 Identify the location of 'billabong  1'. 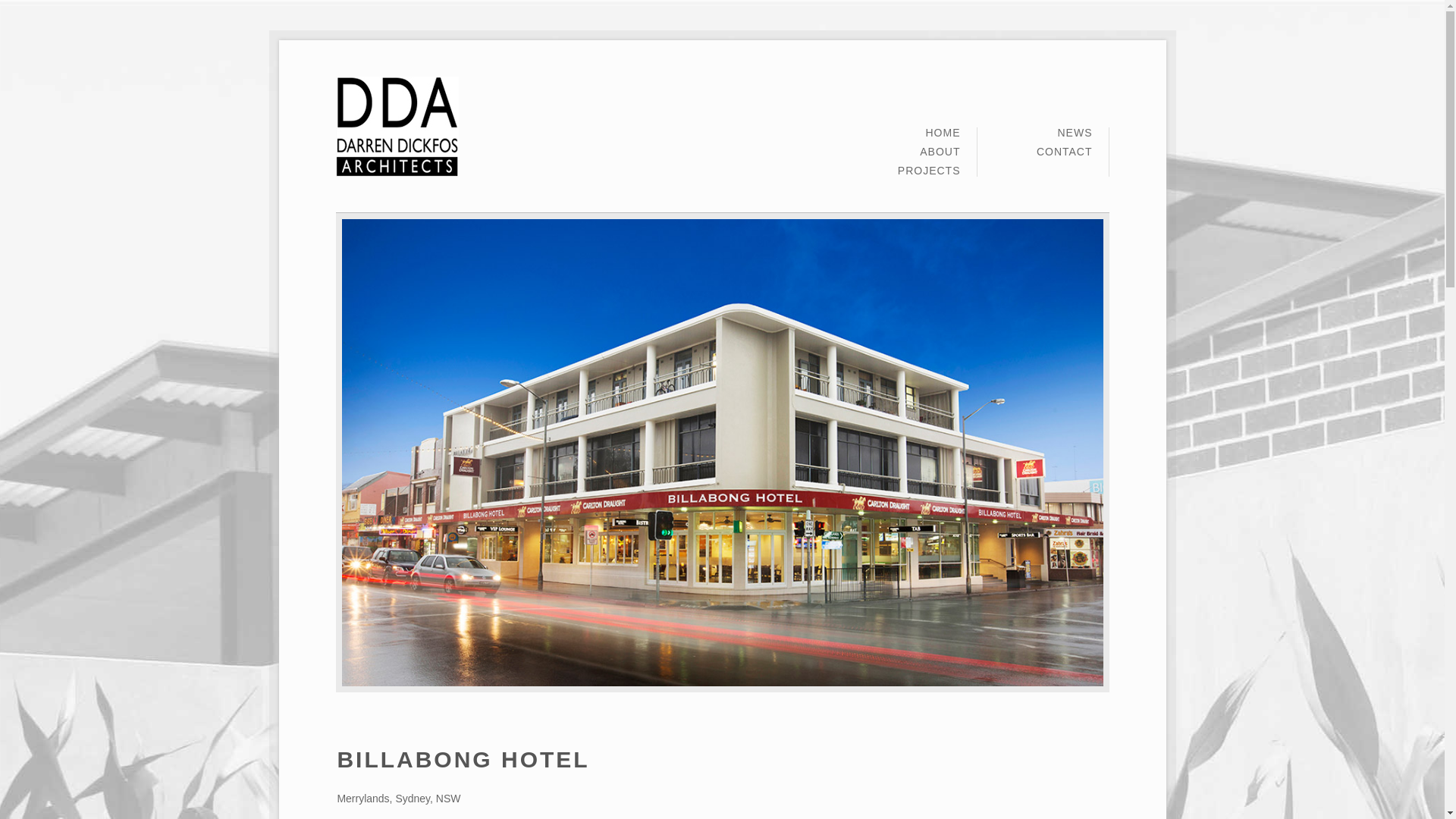
(720, 452).